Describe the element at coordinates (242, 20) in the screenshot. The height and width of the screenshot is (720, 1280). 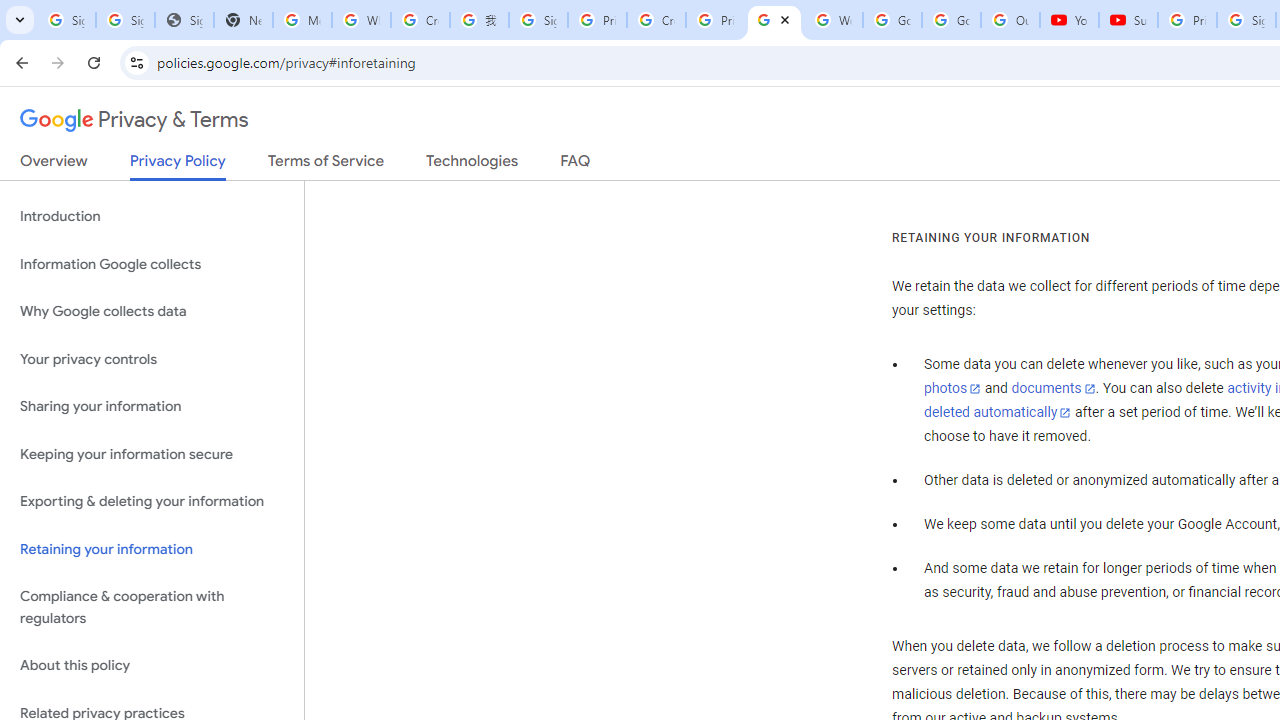
I see `'New Tab'` at that location.